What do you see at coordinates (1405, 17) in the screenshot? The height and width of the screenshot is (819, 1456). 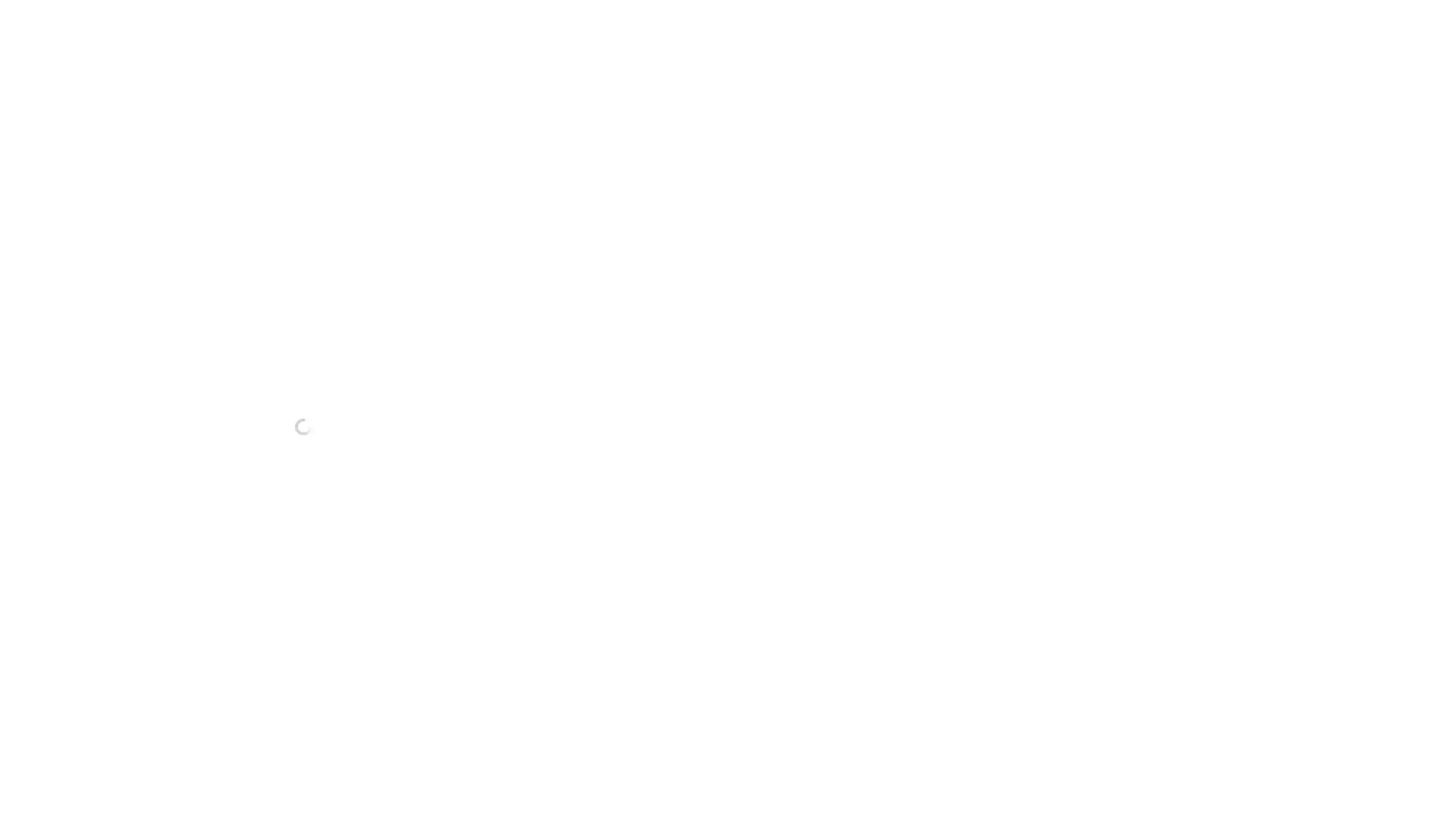 I see `Try Notion` at bounding box center [1405, 17].